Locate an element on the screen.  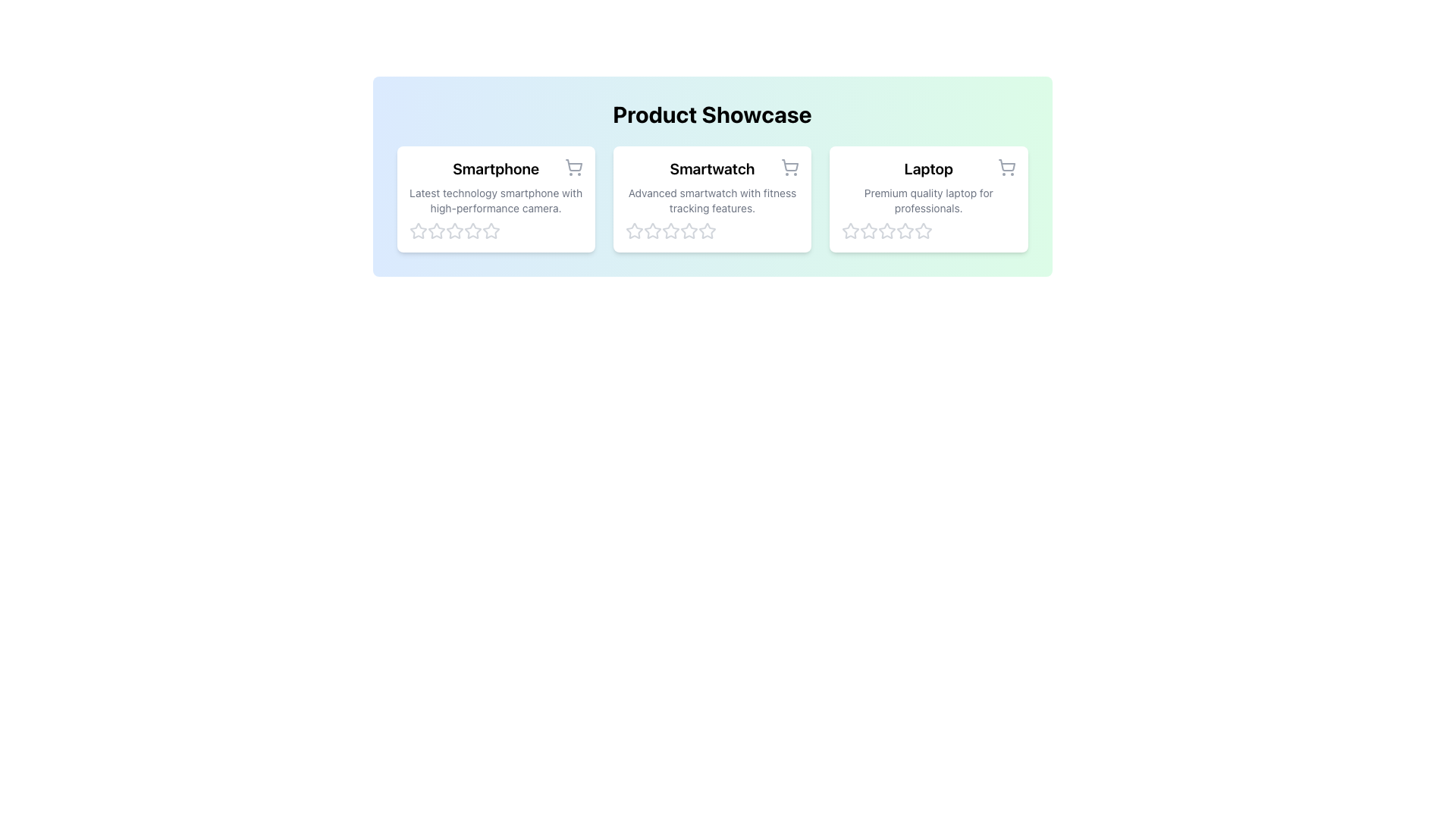
the fourth star icon in the rating system below the 'Smartwatch' product description is located at coordinates (688, 231).